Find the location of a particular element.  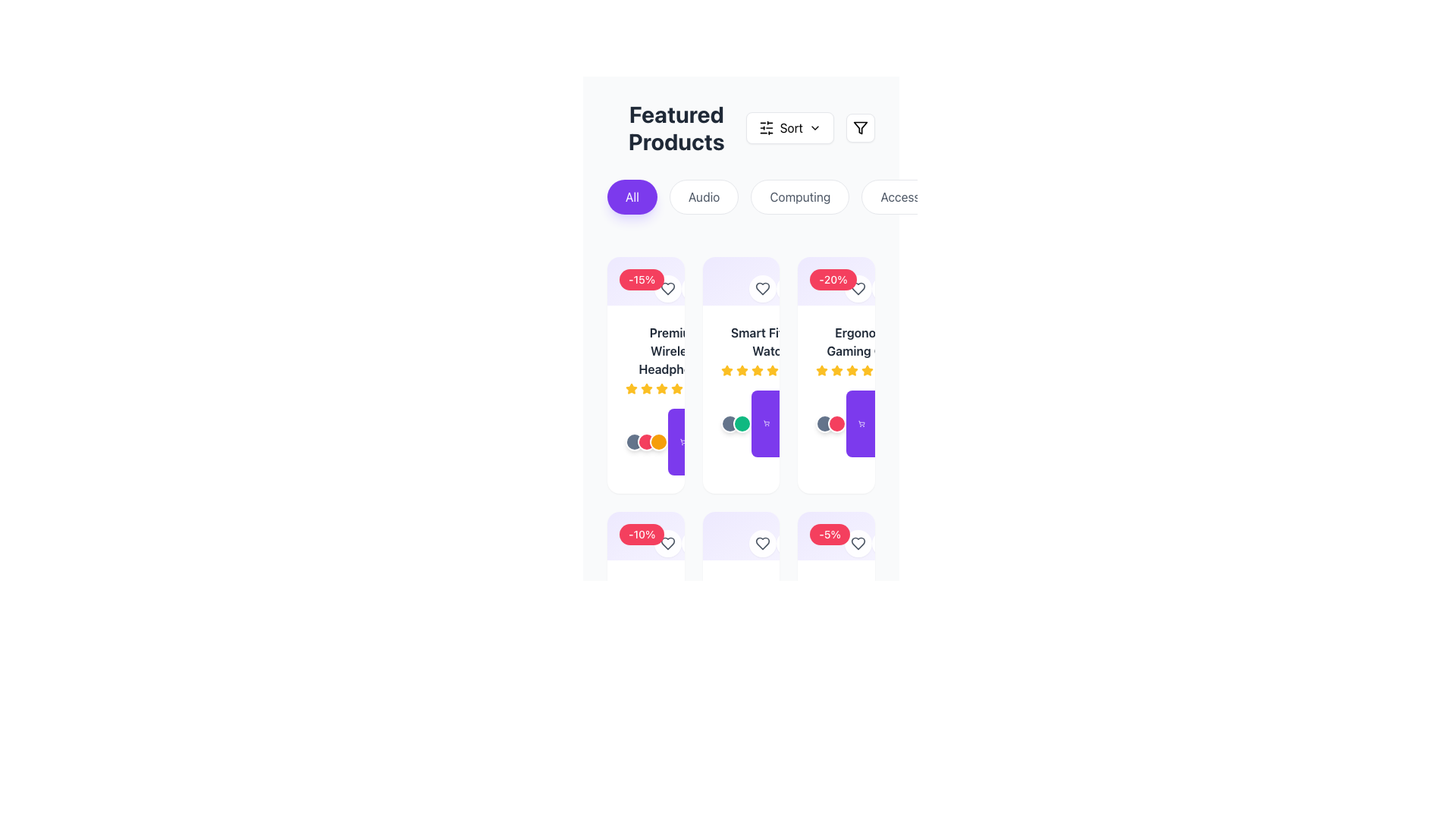

the heart-shaped favorite button located at the top-center of the product card is located at coordinates (667, 289).